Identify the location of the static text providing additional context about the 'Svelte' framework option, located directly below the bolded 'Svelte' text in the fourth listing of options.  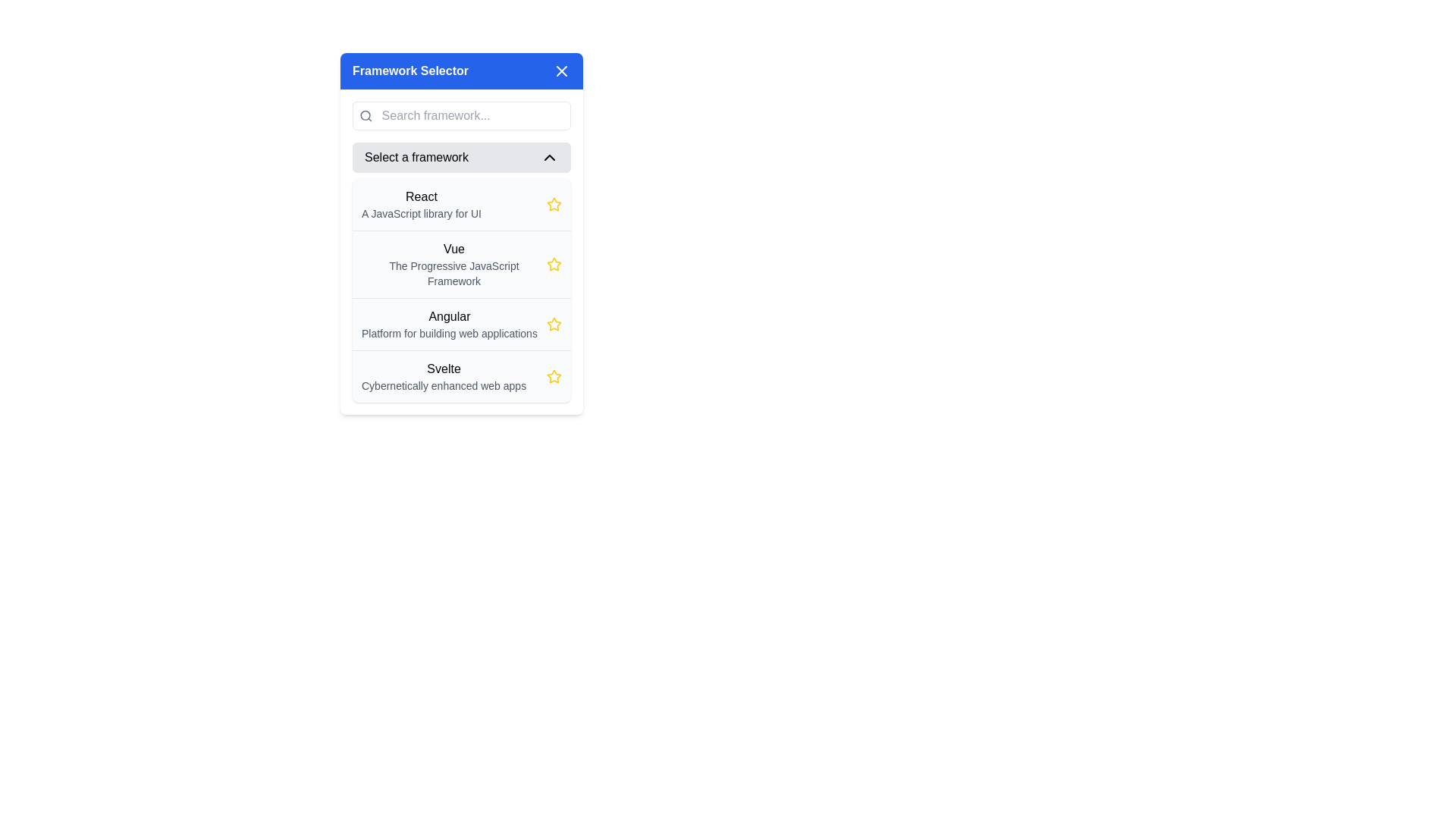
(443, 385).